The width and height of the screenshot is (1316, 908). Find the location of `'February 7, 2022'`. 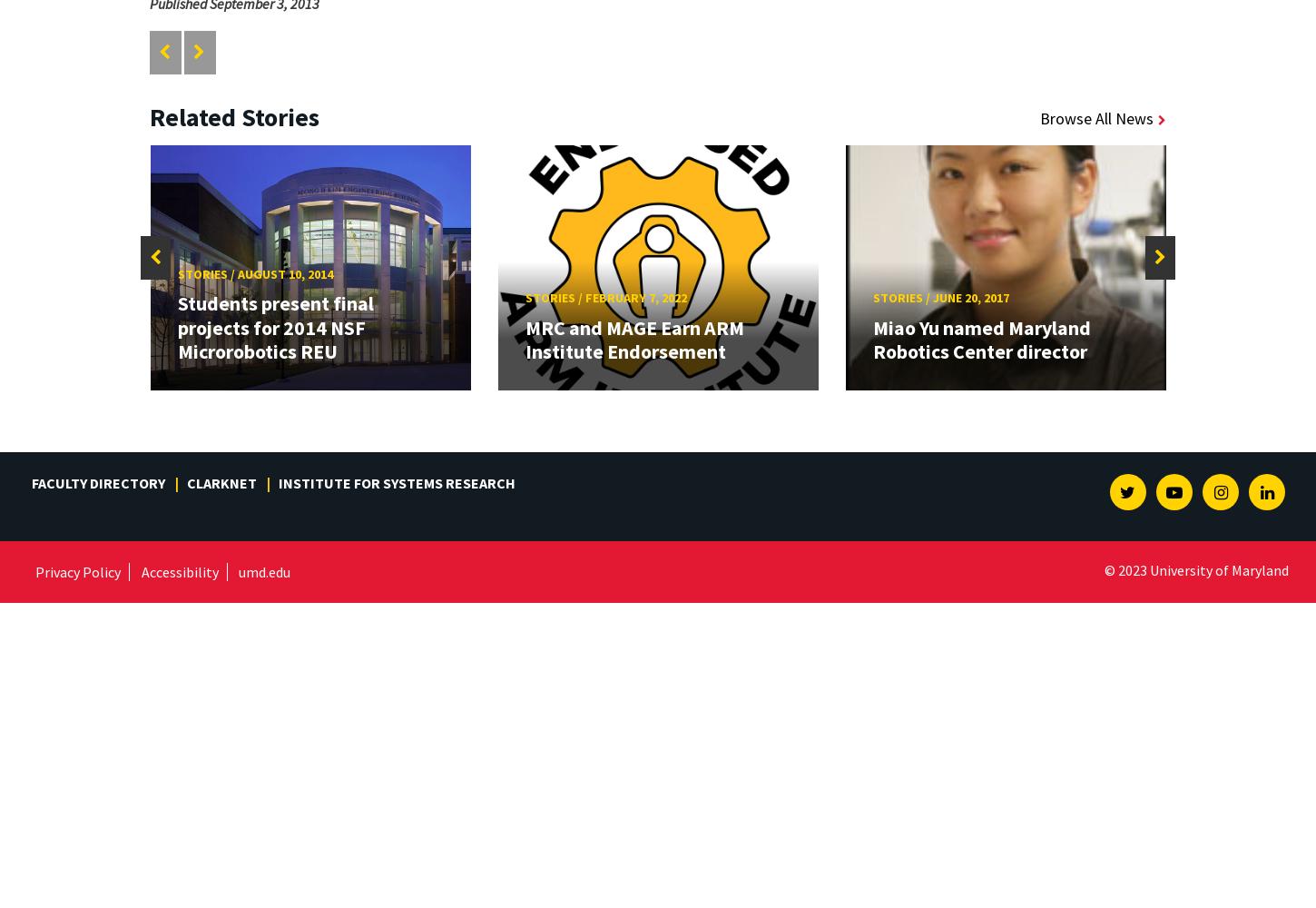

'February 7, 2022' is located at coordinates (634, 297).